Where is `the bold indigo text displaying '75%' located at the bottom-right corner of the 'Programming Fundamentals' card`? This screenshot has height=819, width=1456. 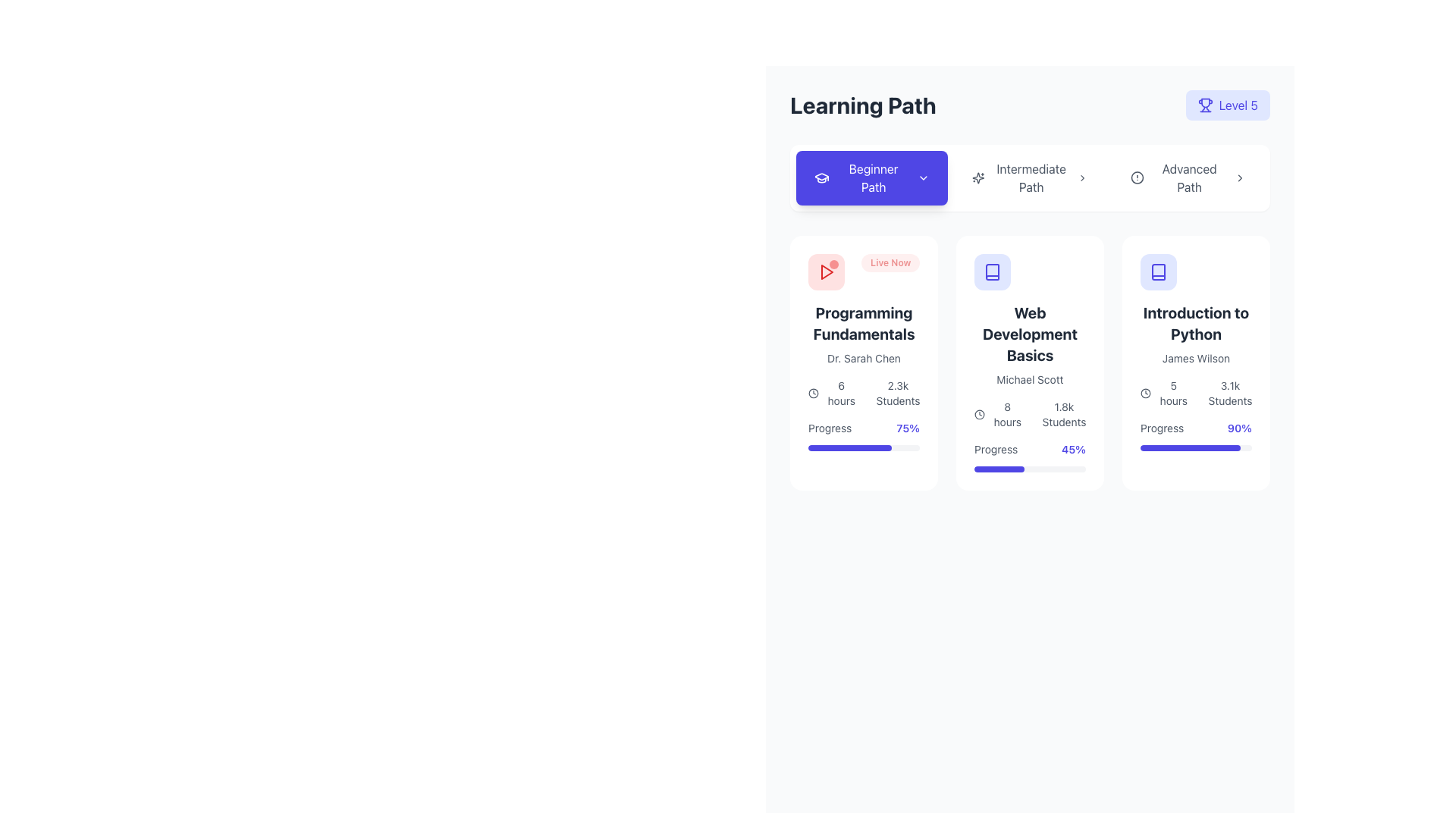
the bold indigo text displaying '75%' located at the bottom-right corner of the 'Programming Fundamentals' card is located at coordinates (908, 428).